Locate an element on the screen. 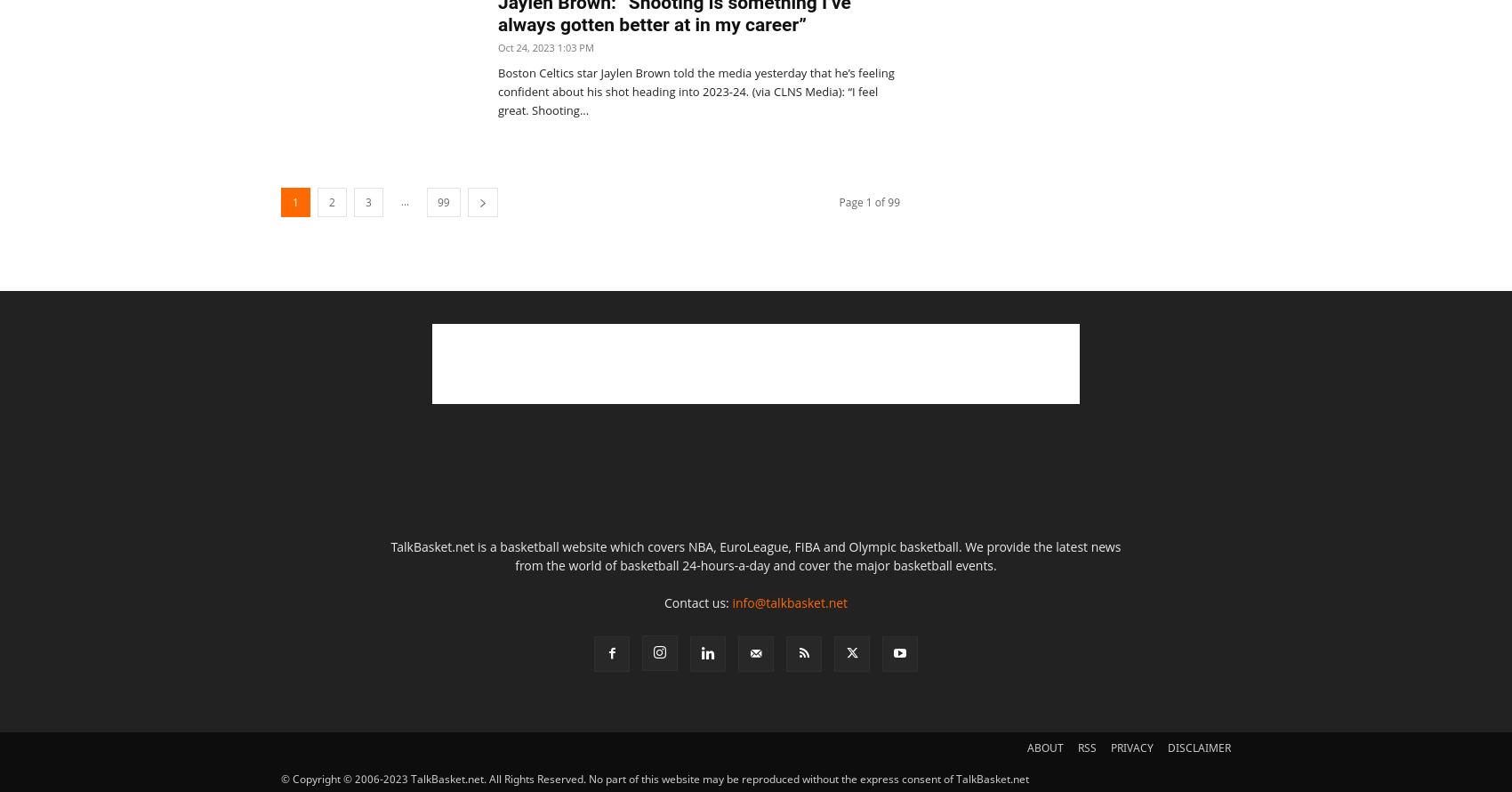  '© Copyright © 2006-2023 TalkBasket.net. All Rights Reserved. No part of this website may be reproduced without the express consent of TalkBasket.net' is located at coordinates (655, 778).